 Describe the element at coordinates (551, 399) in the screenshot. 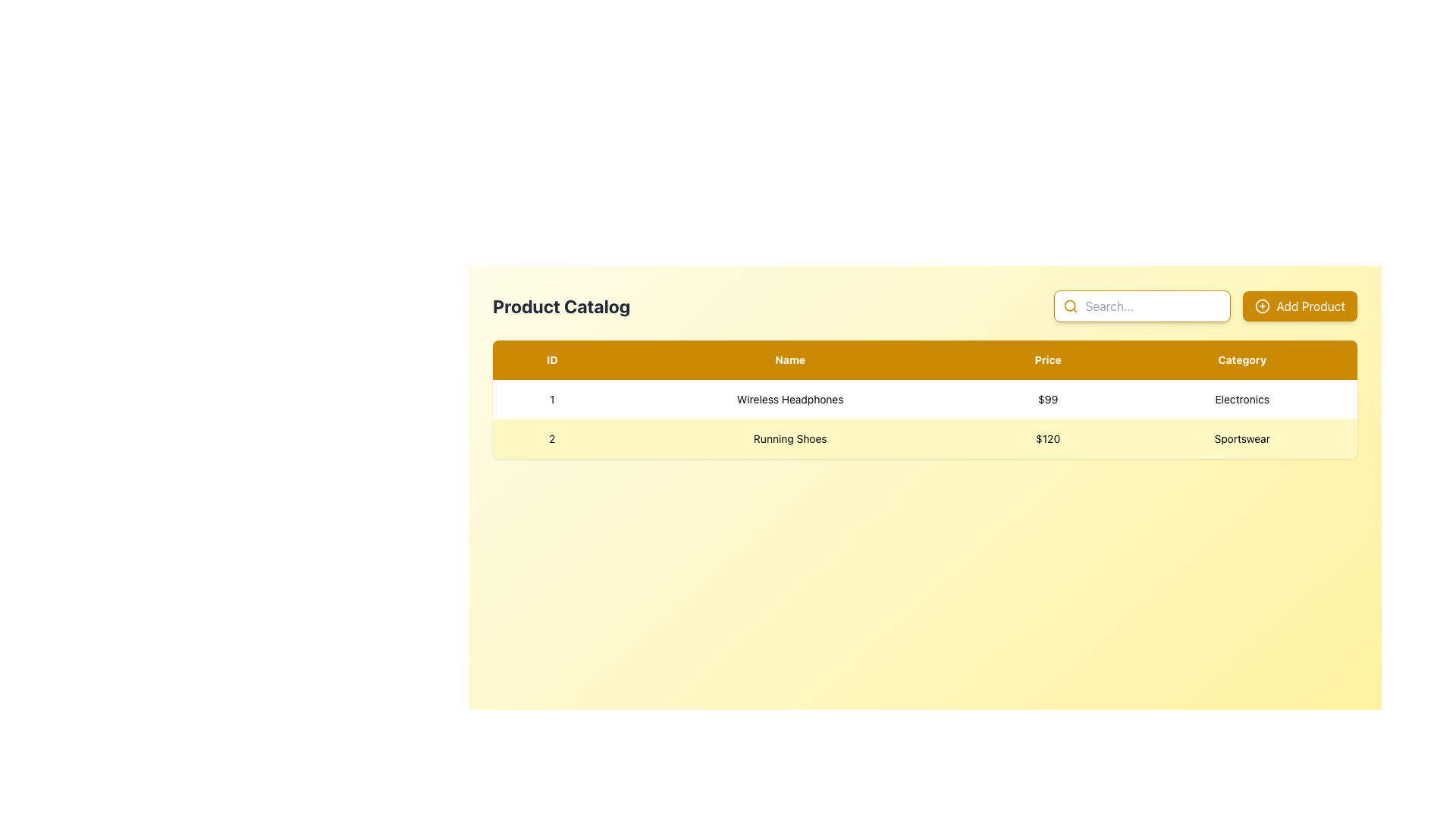

I see `text content of the table cell displaying the ID number of the first product in the table, which is located in the first row and first column labeled 'ID'` at that location.